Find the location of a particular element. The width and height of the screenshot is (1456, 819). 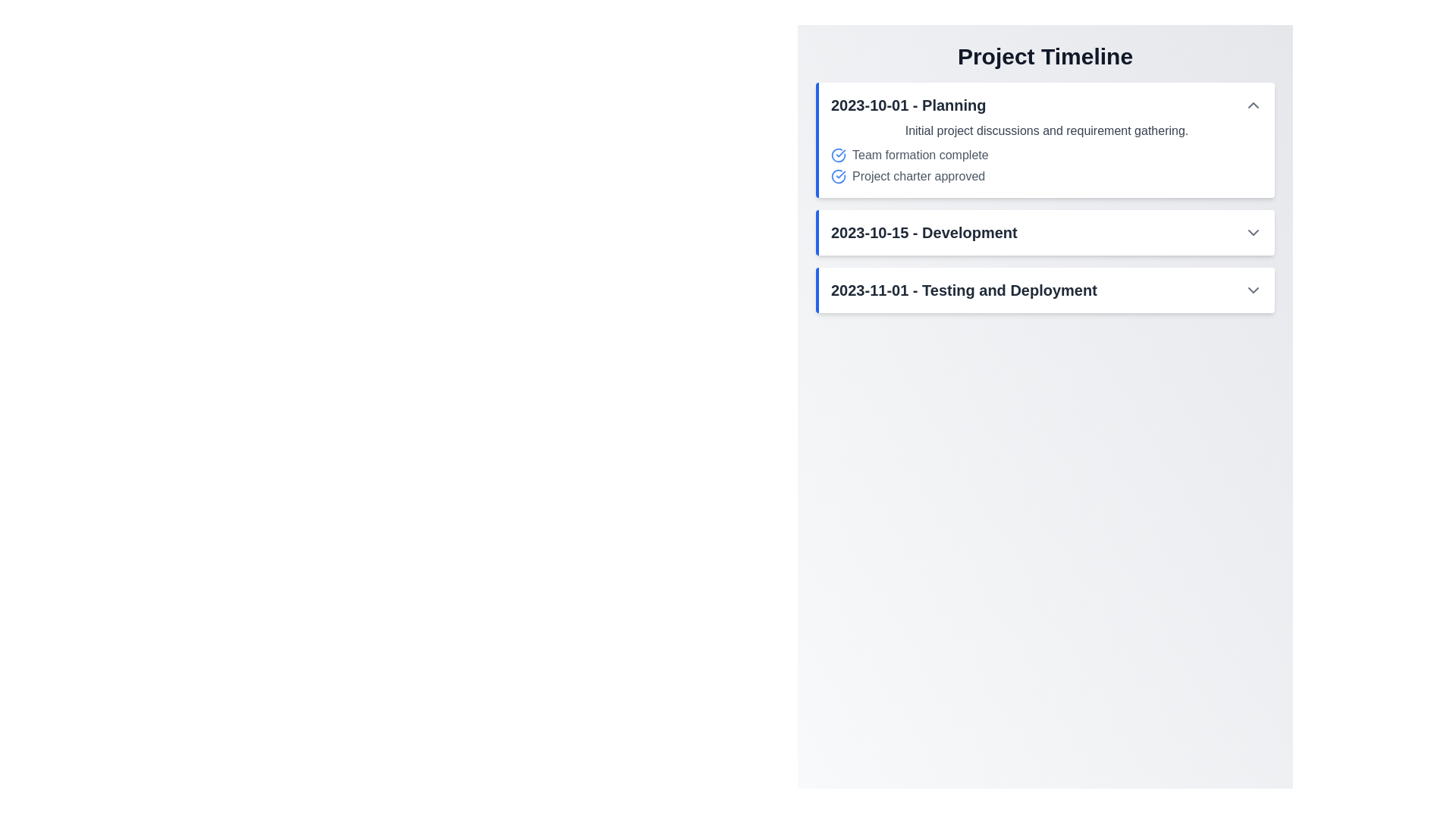

the individual tasks within the informational card summarizing the planning phase of the project timeline is located at coordinates (1044, 140).